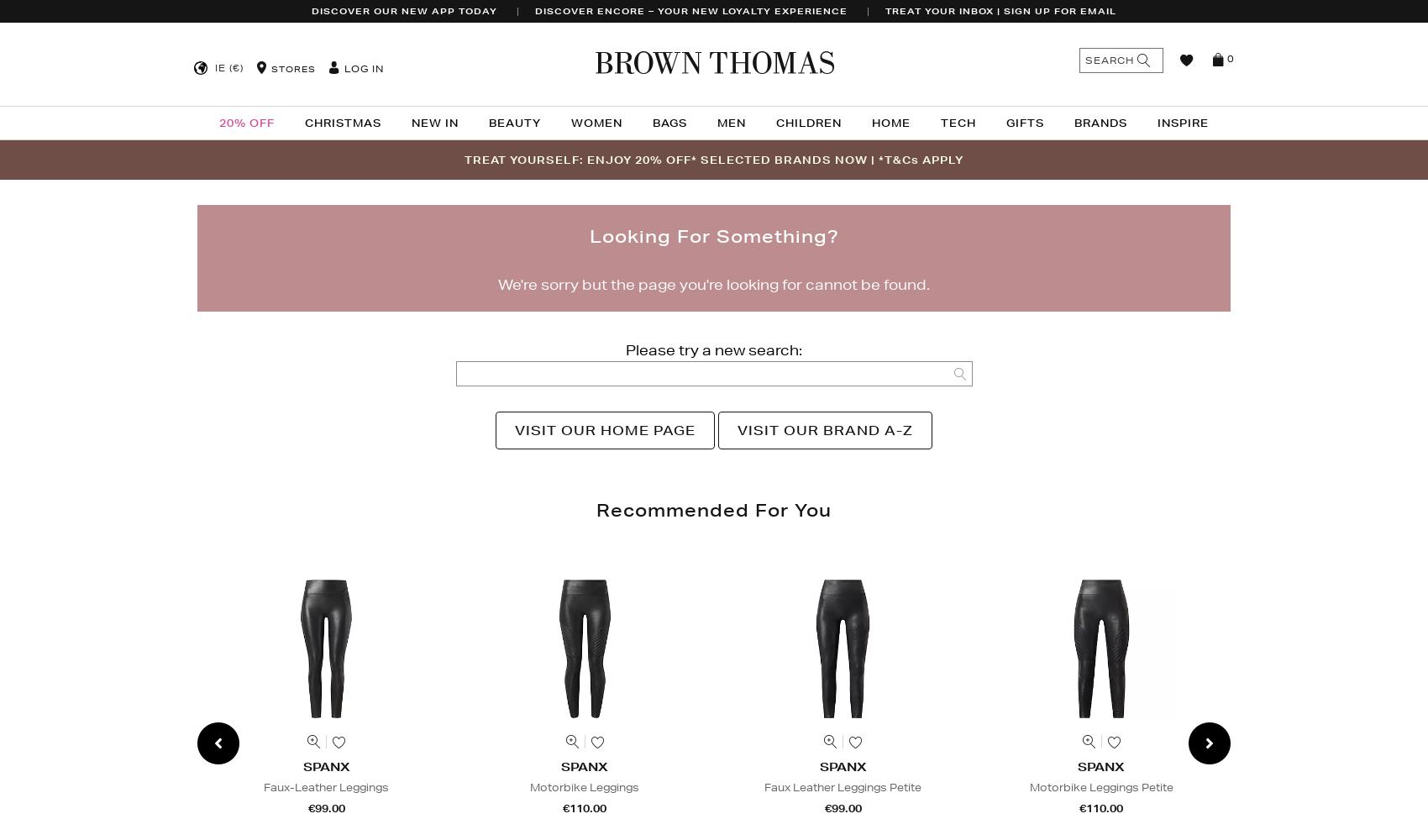 The height and width of the screenshot is (840, 1428). Describe the element at coordinates (714, 159) in the screenshot. I see `'TREAT YOURSELF: ENJOY 20% OFF* SELECTED BRANDS NOW | *T&Cs APPLY'` at that location.